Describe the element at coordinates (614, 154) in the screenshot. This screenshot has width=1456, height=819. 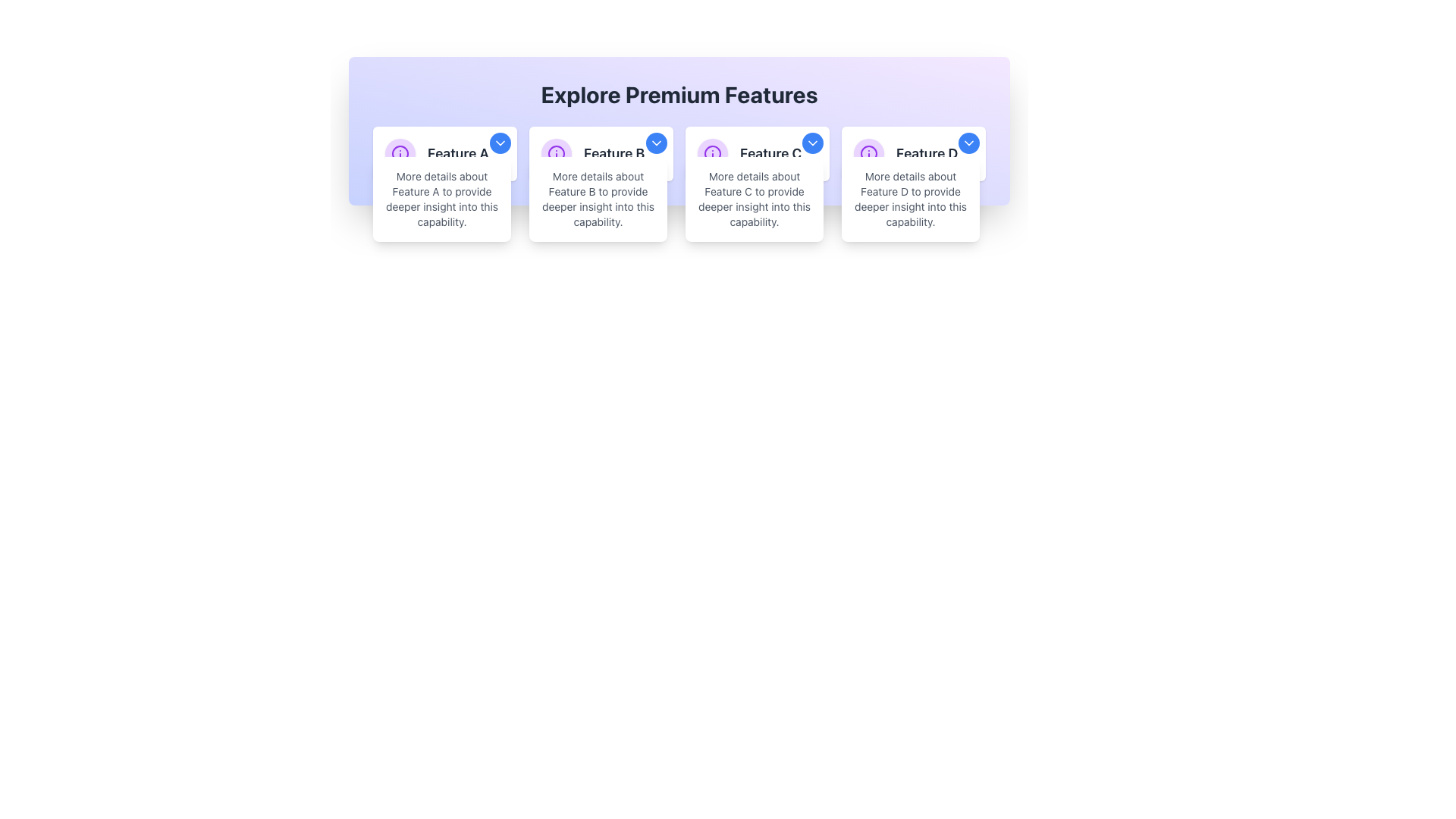
I see `the text label displaying 'Feature B', which is styled with a bold font and dark gray color, located under 'Explore Premium Features' and between 'Feature A' and 'Feature C'` at that location.